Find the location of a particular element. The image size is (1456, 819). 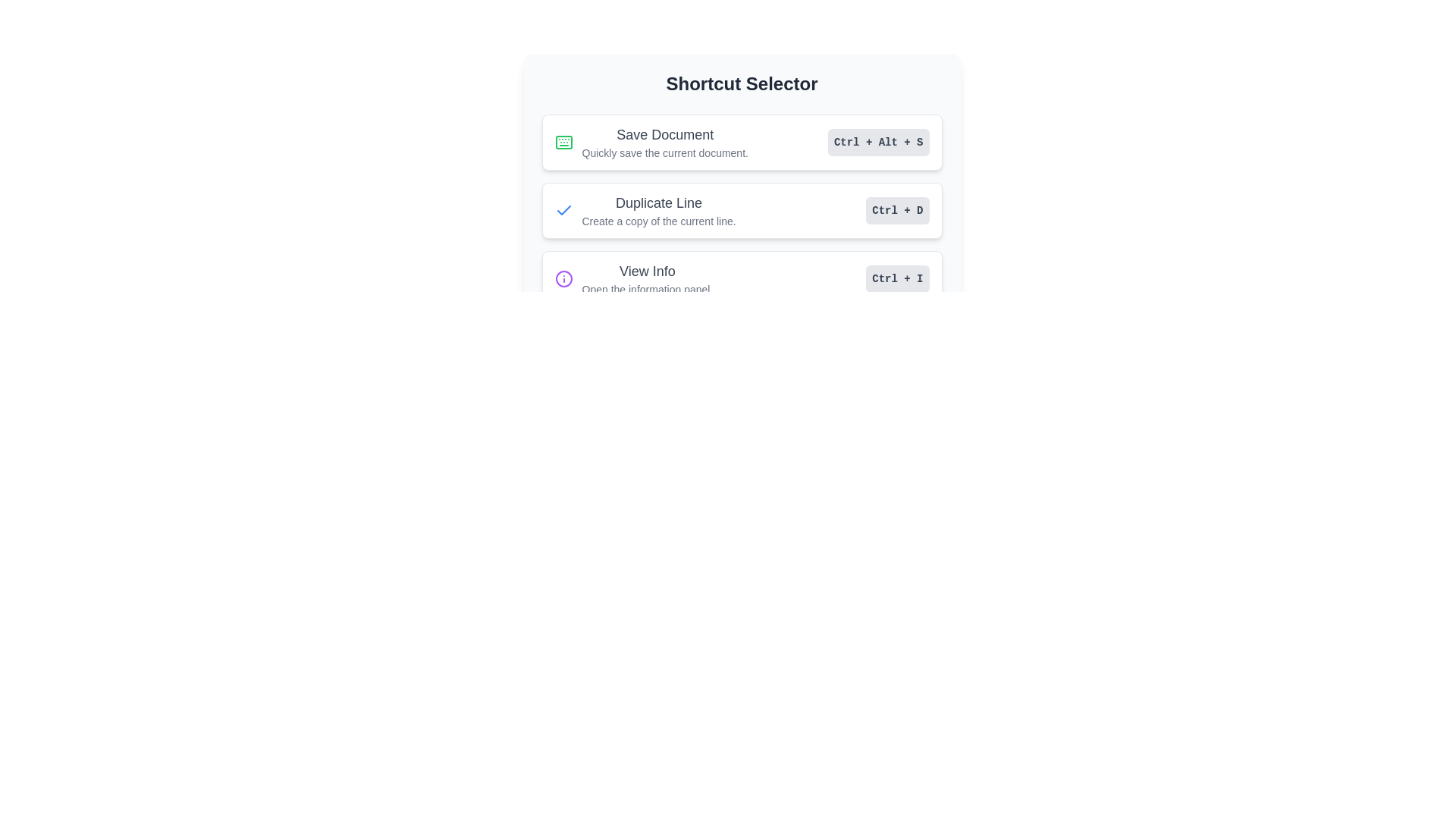

the keyboard icon representing the 'Save Document' functionality located to the left of the text 'Save Document' in the shortcut selector interface is located at coordinates (563, 143).